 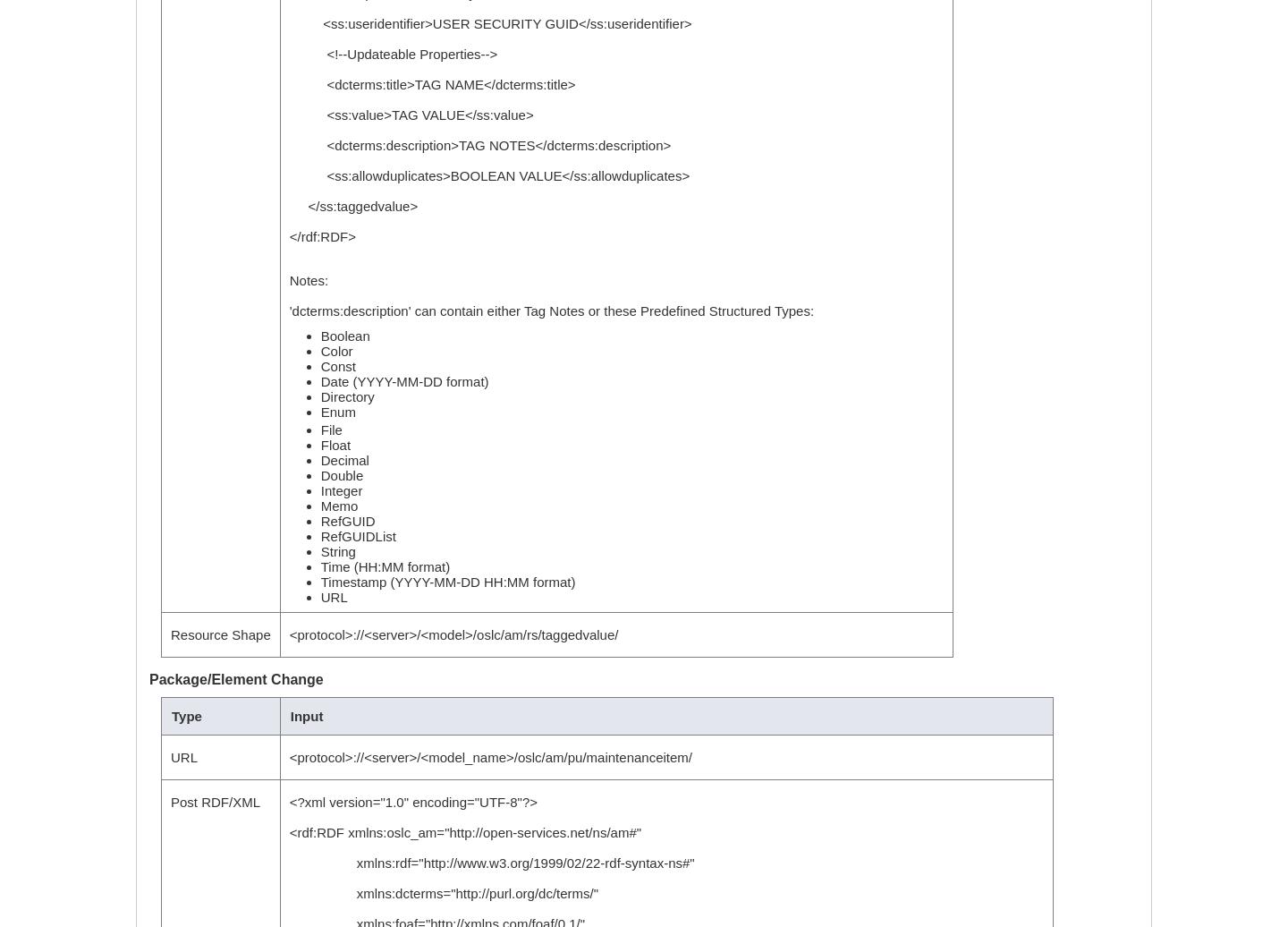 What do you see at coordinates (335, 351) in the screenshot?
I see `'Color'` at bounding box center [335, 351].